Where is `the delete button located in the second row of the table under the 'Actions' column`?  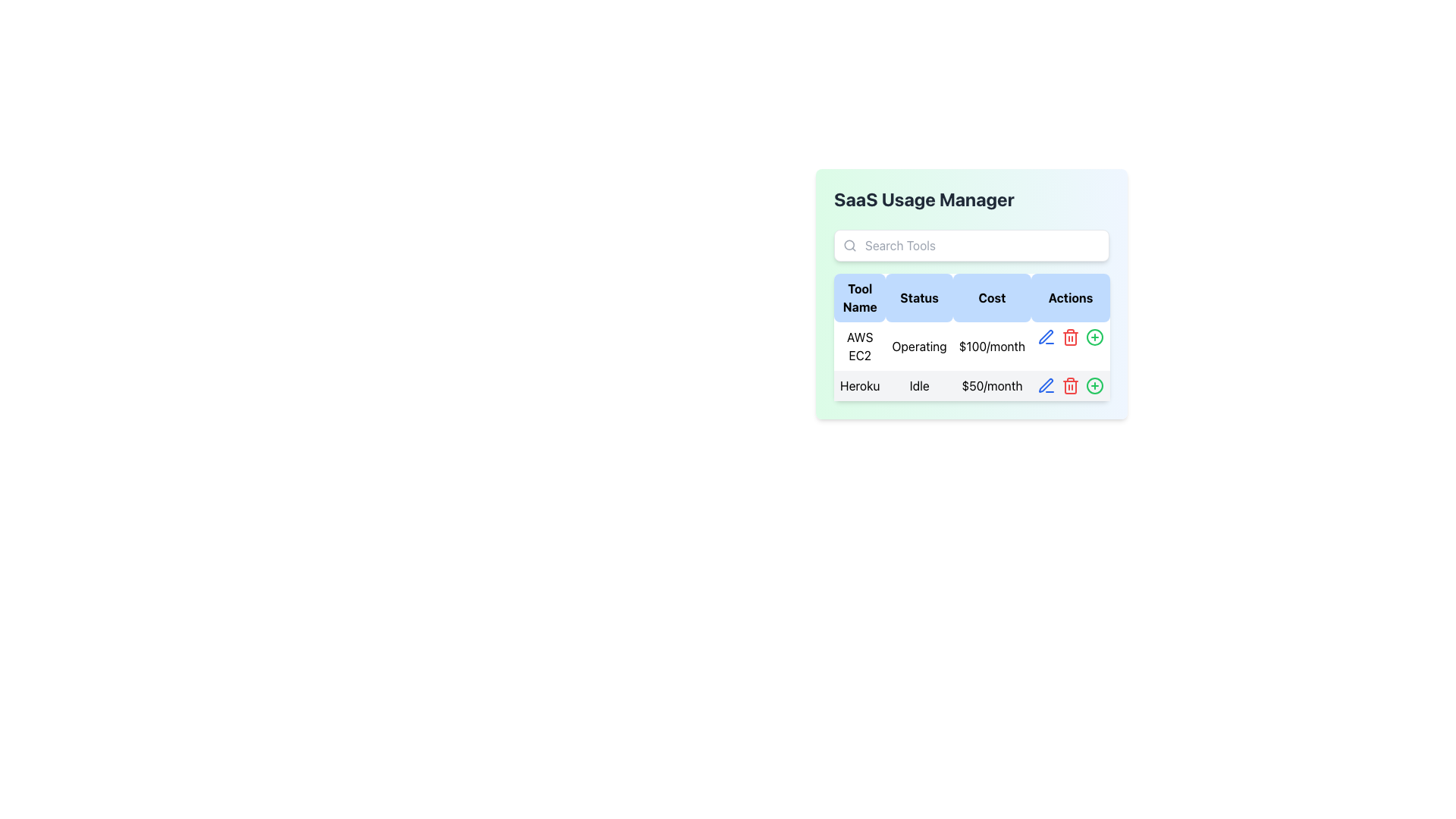
the delete button located in the second row of the table under the 'Actions' column is located at coordinates (1069, 385).